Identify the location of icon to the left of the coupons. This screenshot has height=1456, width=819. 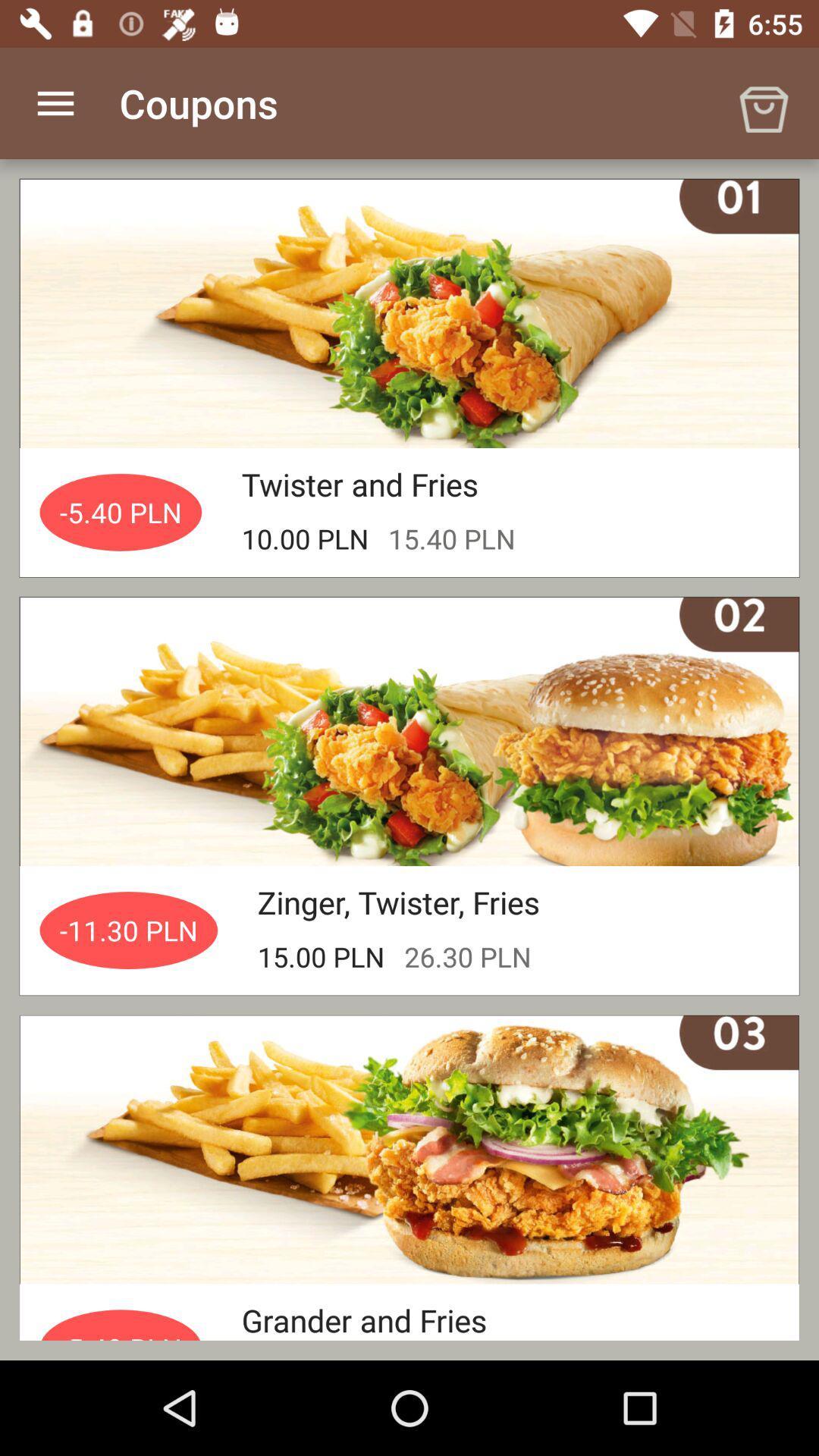
(55, 102).